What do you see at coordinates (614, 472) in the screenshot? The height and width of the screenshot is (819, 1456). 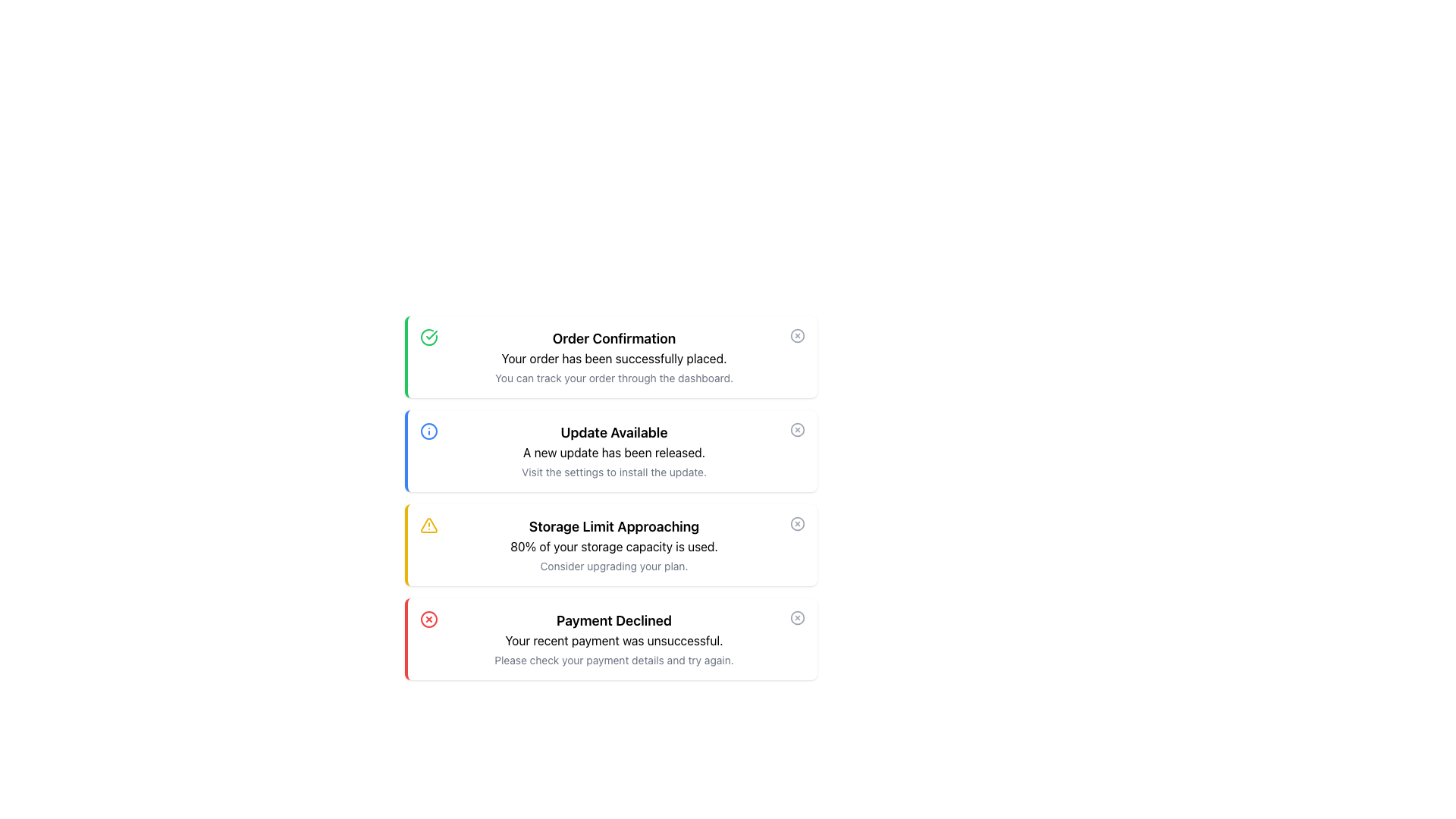 I see `the instructional text saying 'Visit the settings to install the update.' located in the third line of the notification card labeled 'Update Available.'` at bounding box center [614, 472].